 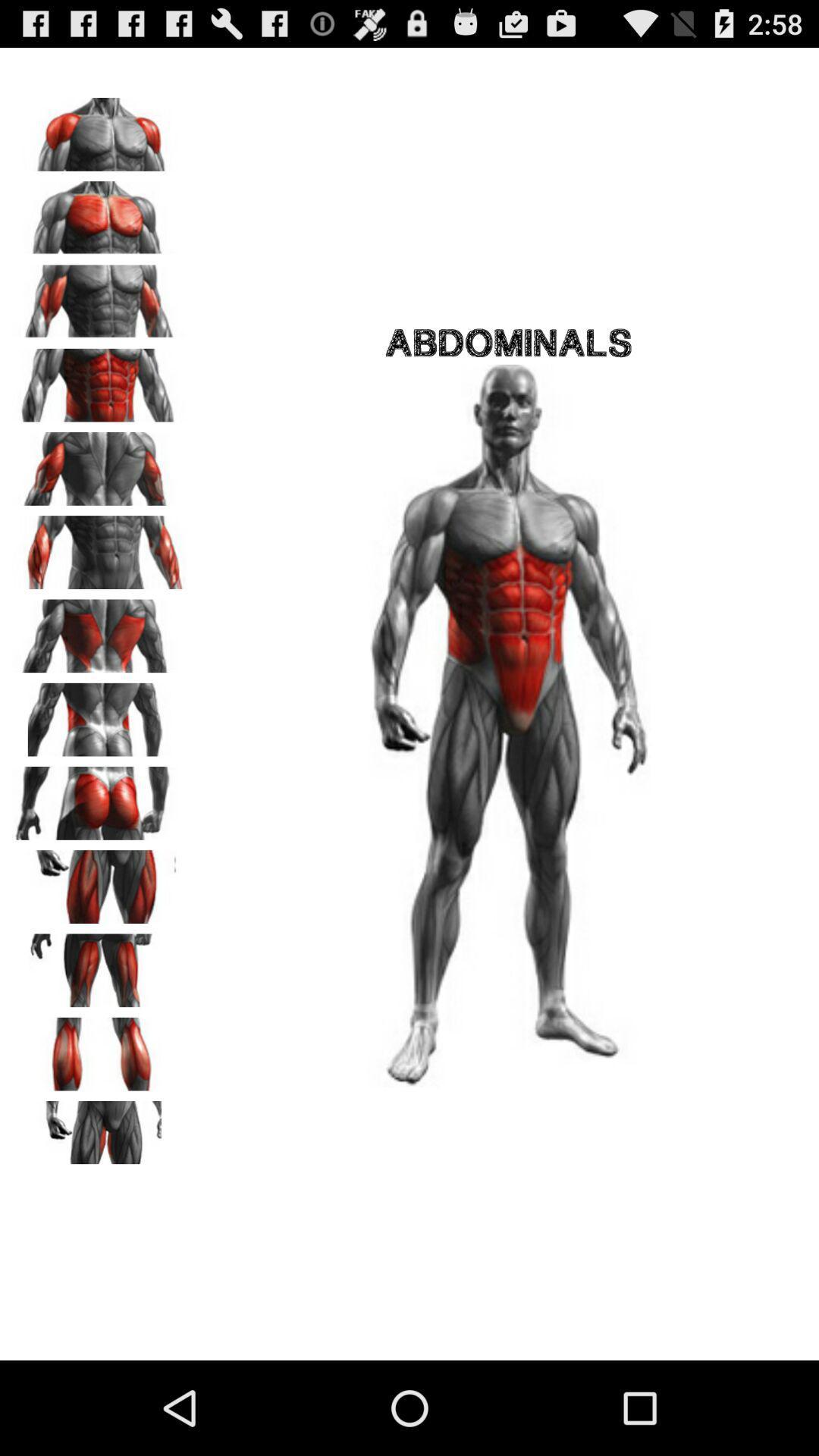 I want to click on switch muscle group, so click(x=99, y=965).